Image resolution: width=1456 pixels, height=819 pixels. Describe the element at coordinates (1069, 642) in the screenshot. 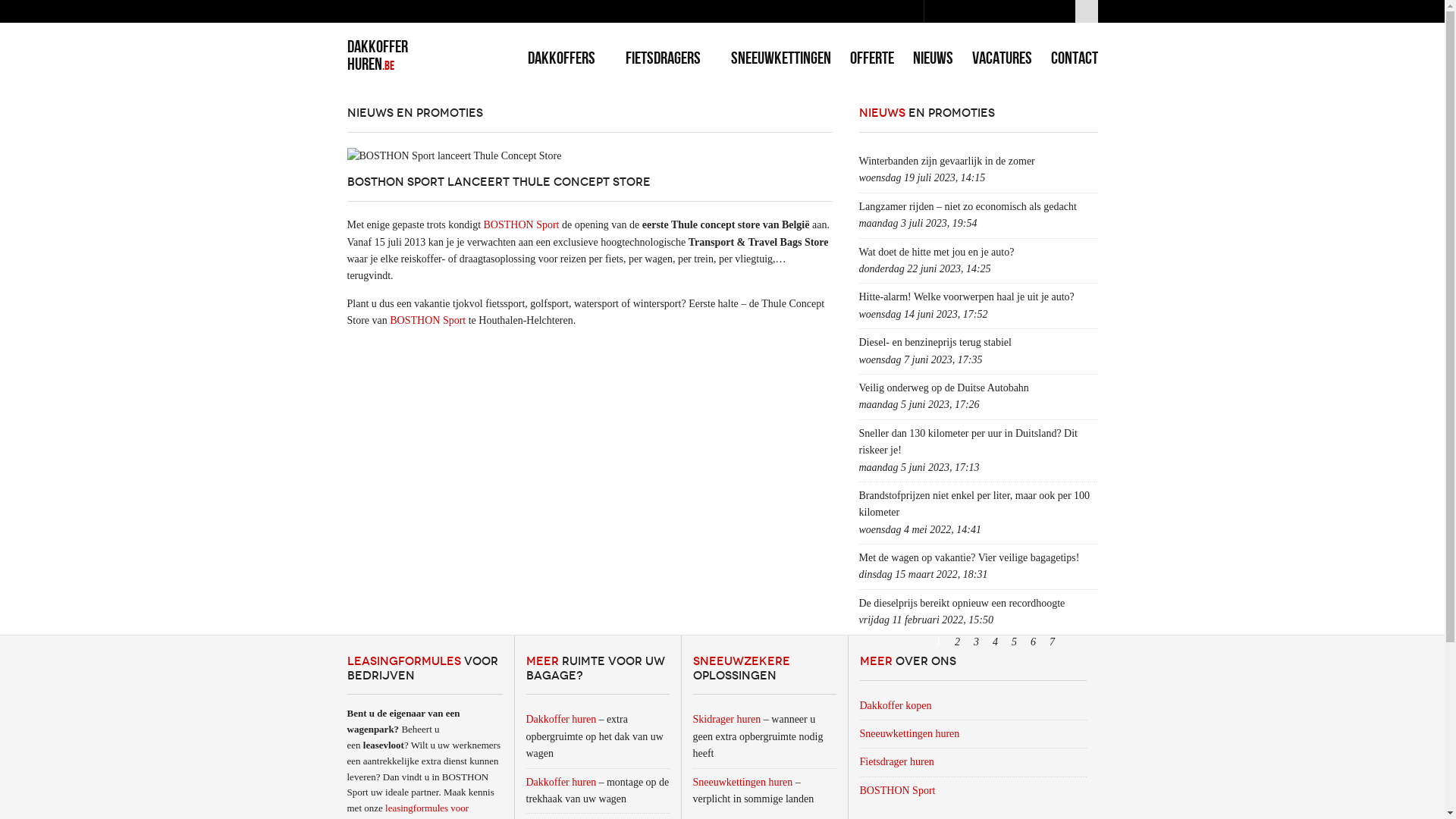

I see `'Ga naar volgende pagina'` at that location.